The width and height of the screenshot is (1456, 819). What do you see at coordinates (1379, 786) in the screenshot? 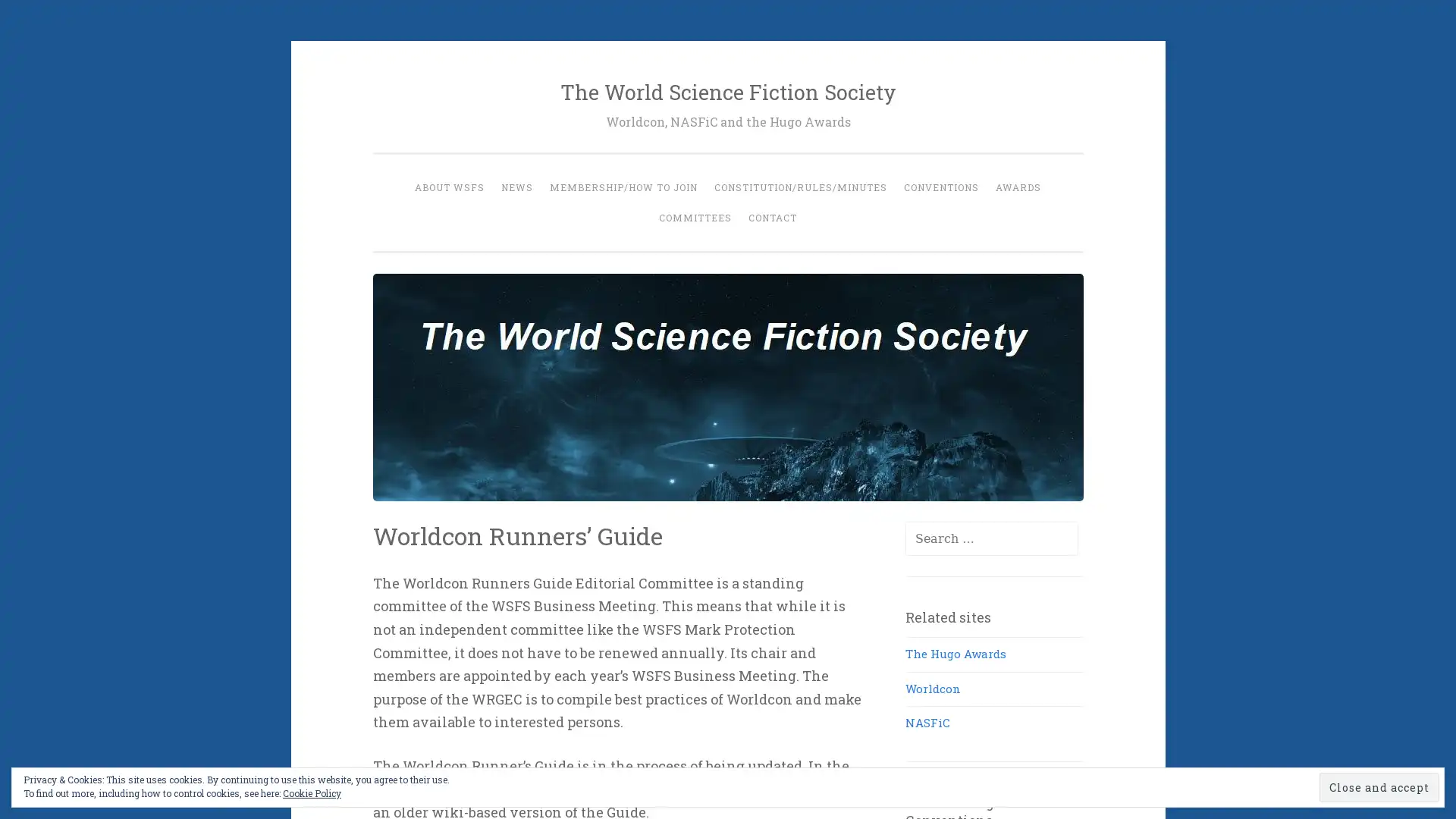
I see `Close and accept` at bounding box center [1379, 786].